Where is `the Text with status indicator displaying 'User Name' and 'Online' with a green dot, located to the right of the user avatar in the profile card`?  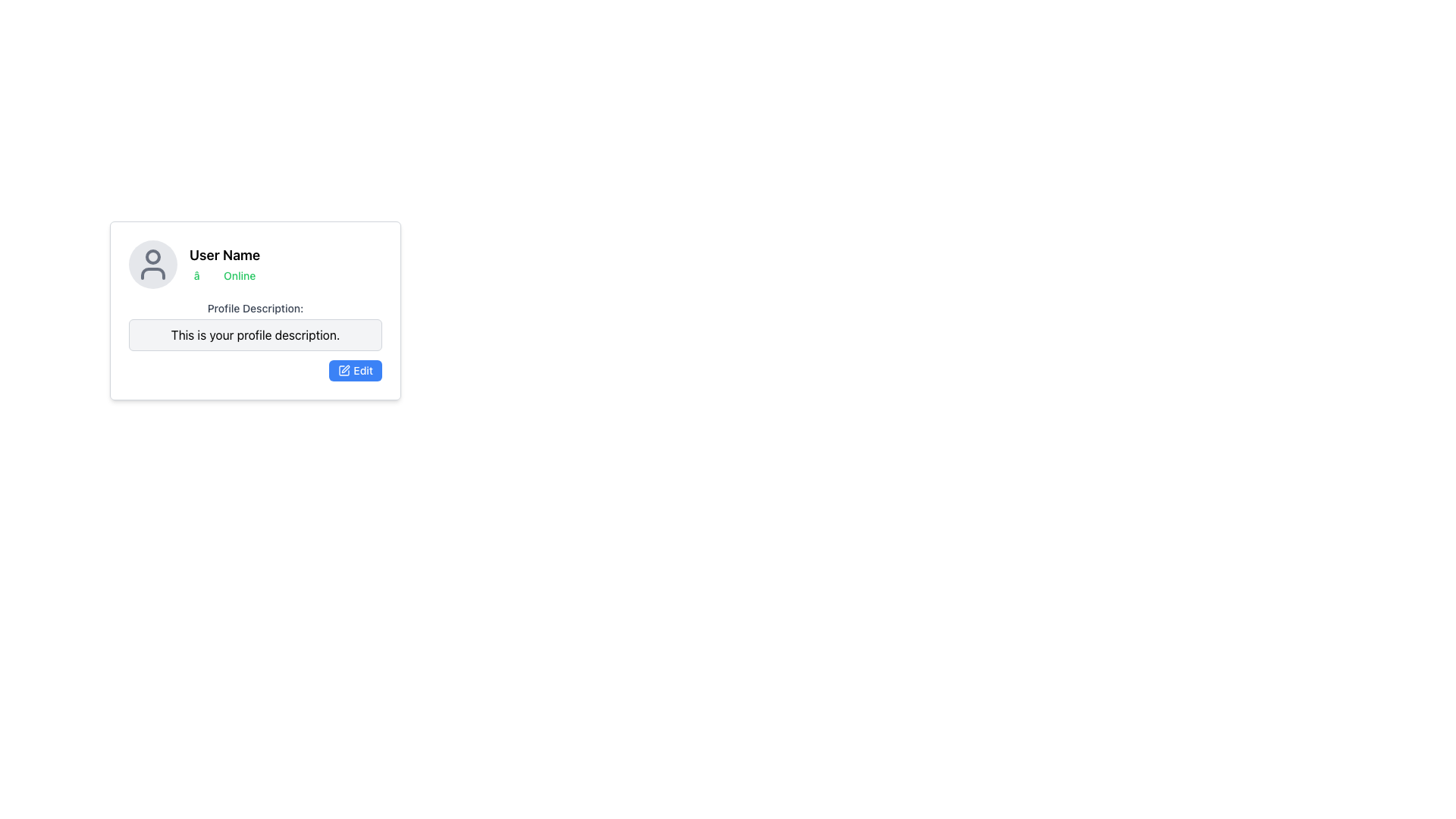 the Text with status indicator displaying 'User Name' and 'Online' with a green dot, located to the right of the user avatar in the profile card is located at coordinates (224, 263).